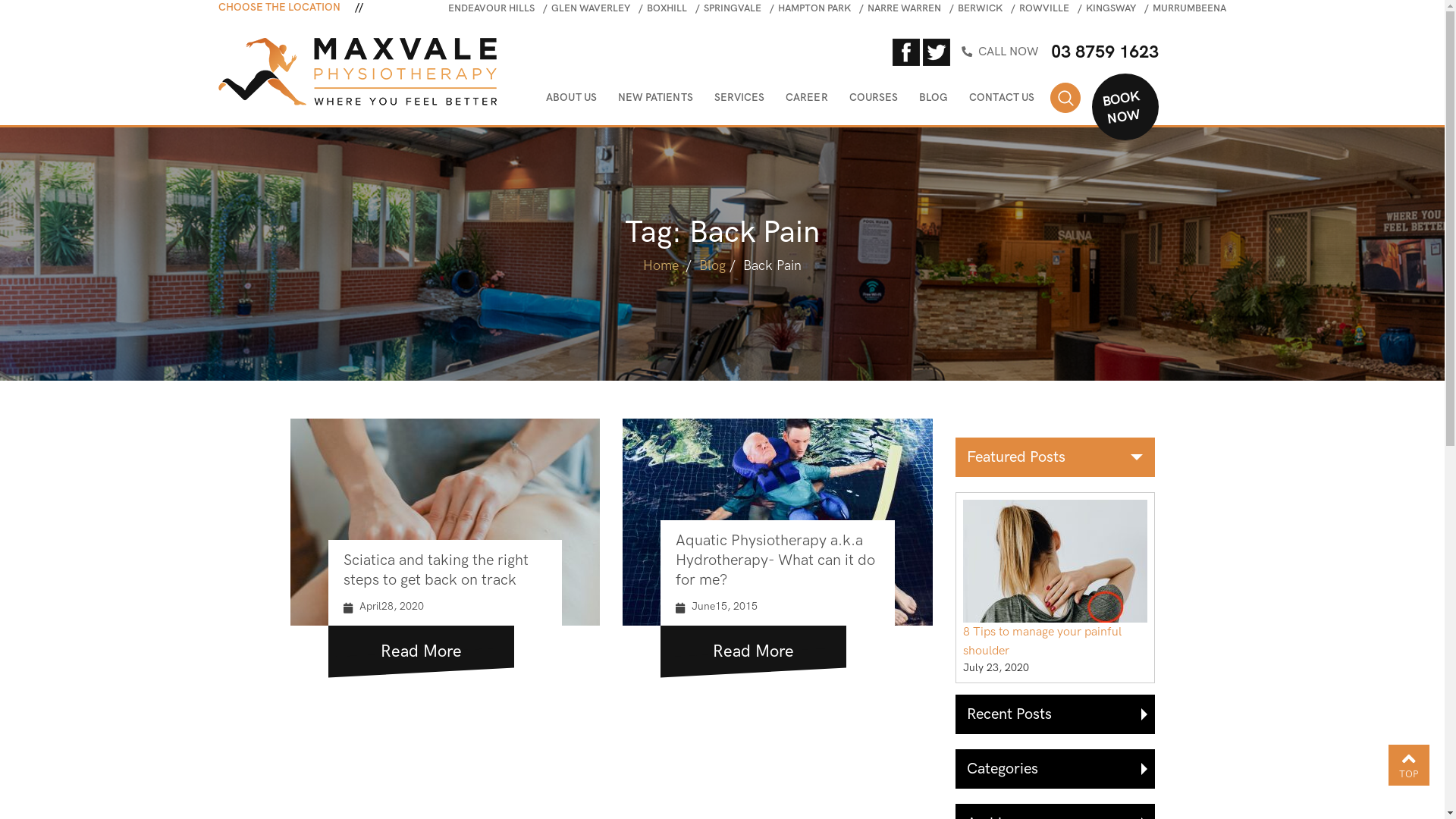 The height and width of the screenshot is (819, 1456). What do you see at coordinates (327, 646) in the screenshot?
I see `'Read More'` at bounding box center [327, 646].